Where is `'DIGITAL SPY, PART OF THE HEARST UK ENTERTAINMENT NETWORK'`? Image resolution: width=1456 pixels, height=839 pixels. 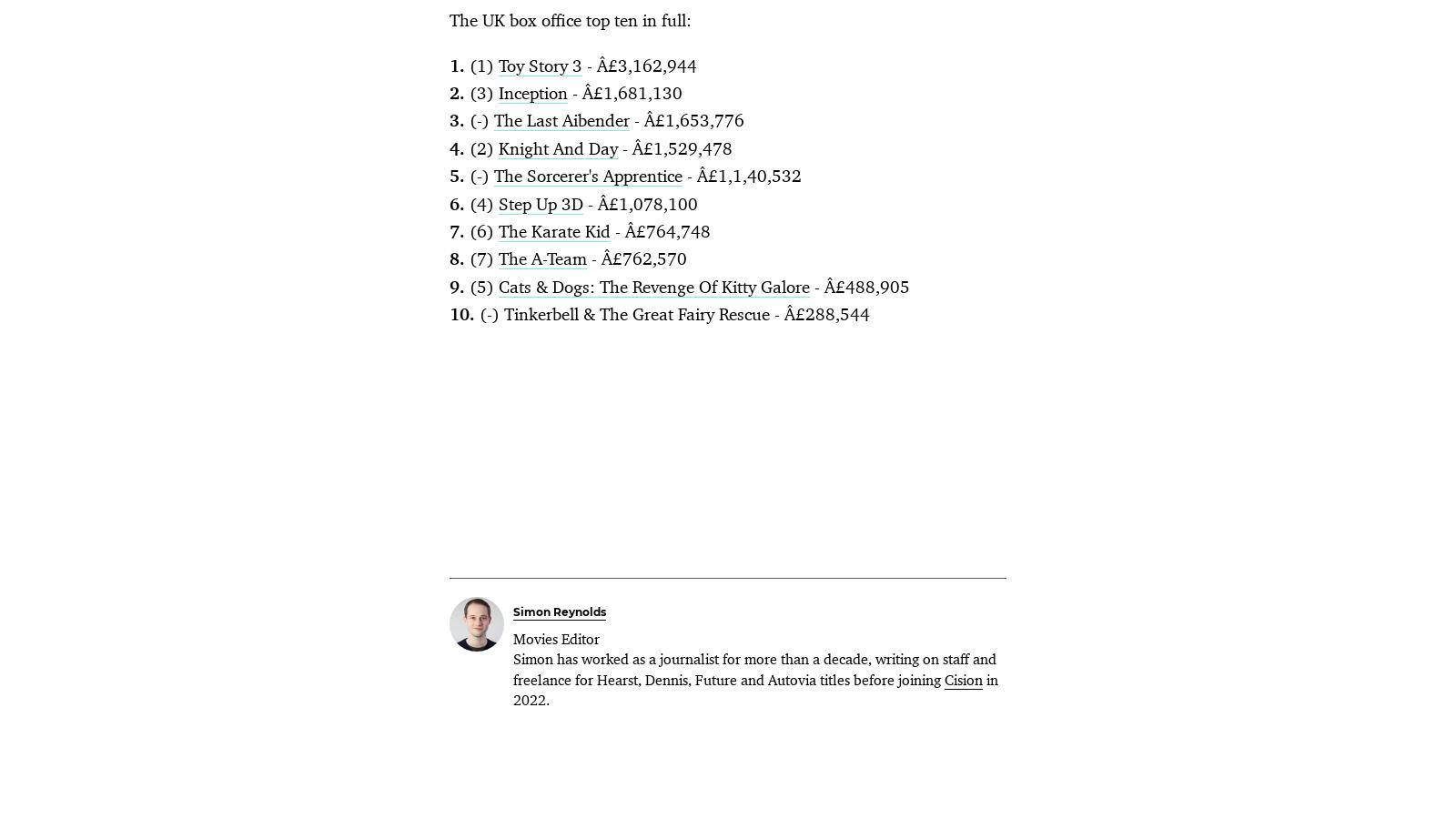
'DIGITAL SPY, PART OF THE HEARST UK ENTERTAINMENT NETWORK' is located at coordinates (409, 482).